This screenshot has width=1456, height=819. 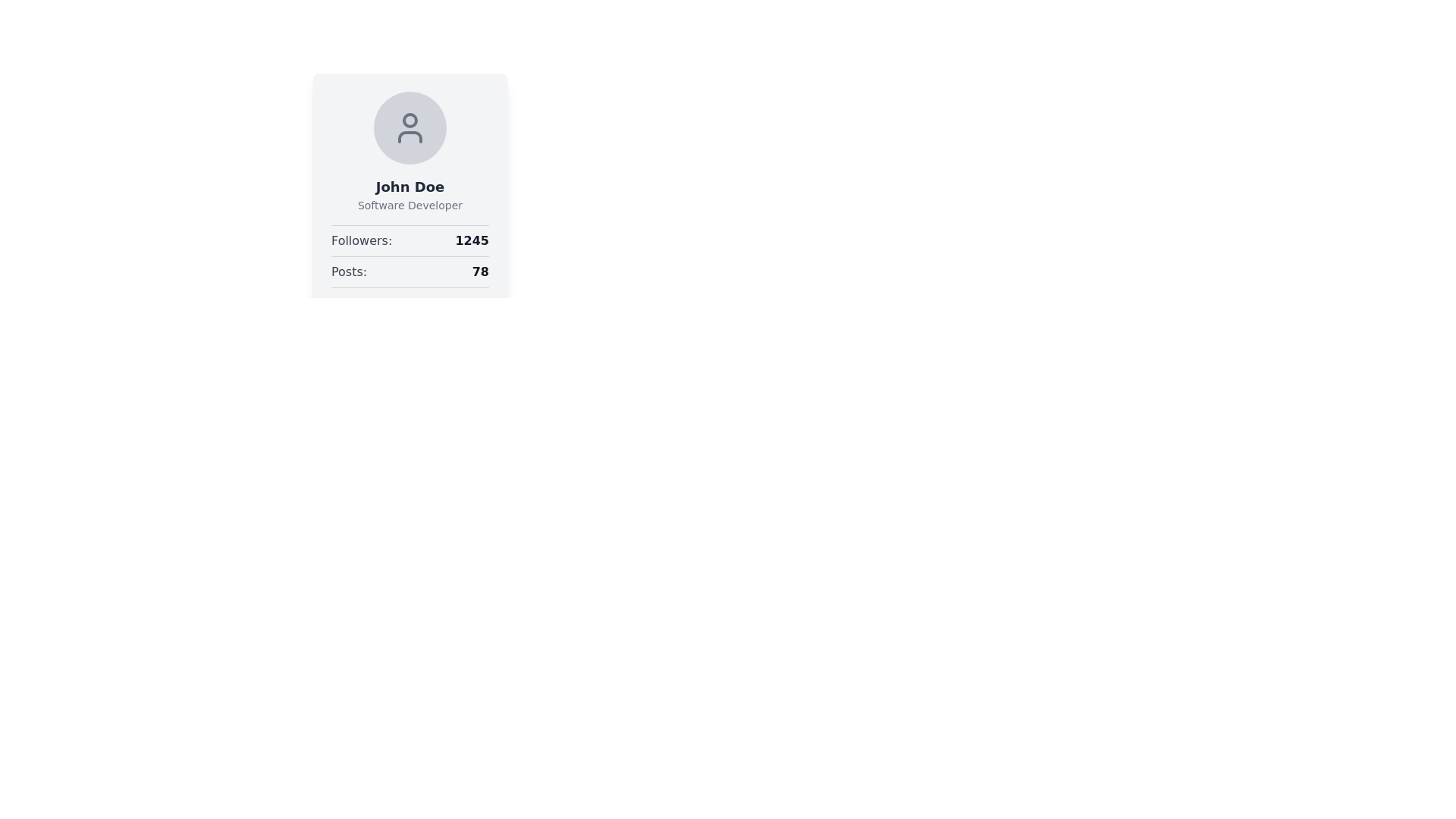 What do you see at coordinates (361, 240) in the screenshot?
I see `the static text label that serves as a descriptor for the adjacent numerical value '1245', positioned within the summary section below the user's name and avatar` at bounding box center [361, 240].